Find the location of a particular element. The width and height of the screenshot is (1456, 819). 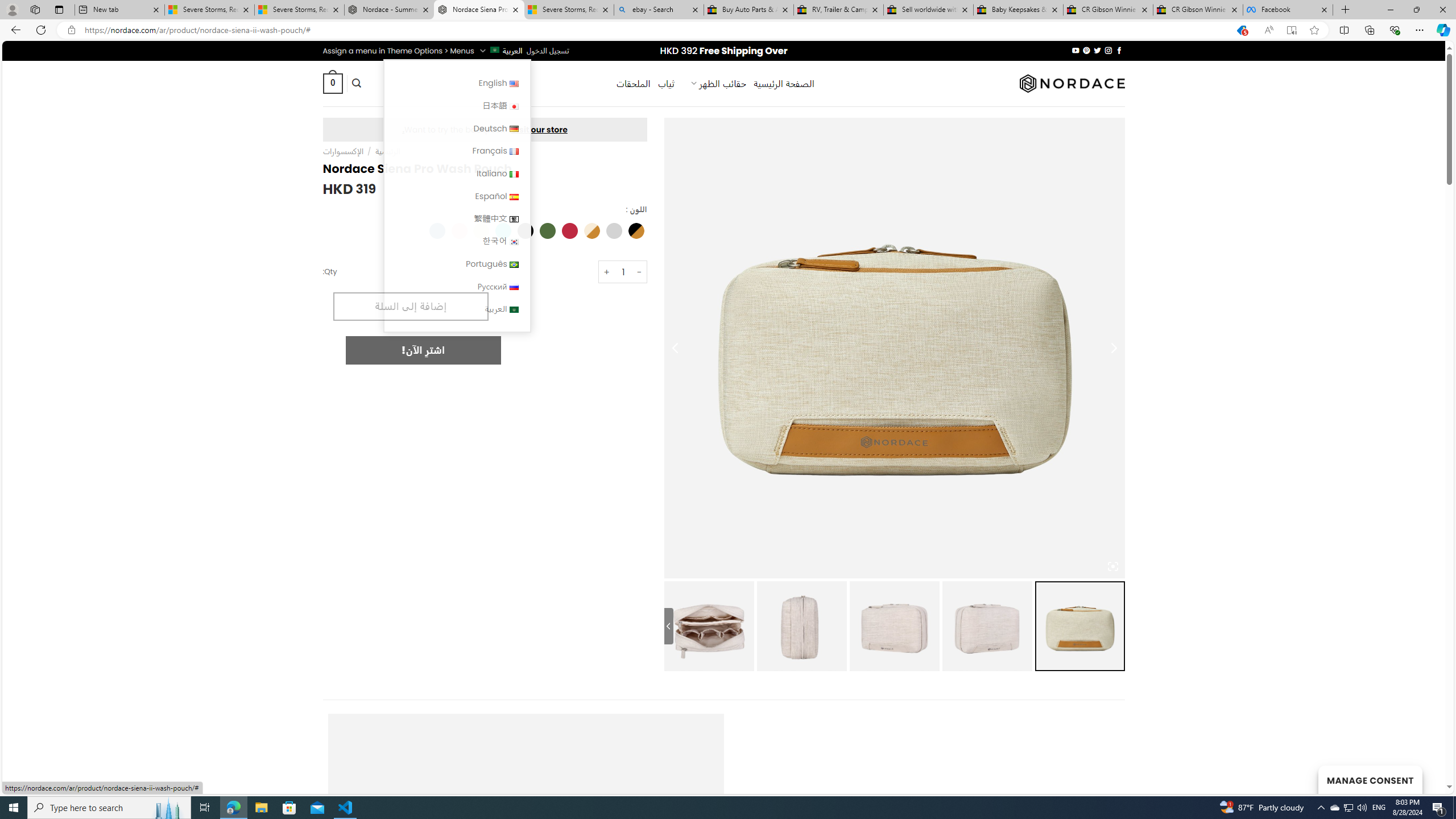

'Copilot (Ctrl+Shift+.)' is located at coordinates (1442, 29).